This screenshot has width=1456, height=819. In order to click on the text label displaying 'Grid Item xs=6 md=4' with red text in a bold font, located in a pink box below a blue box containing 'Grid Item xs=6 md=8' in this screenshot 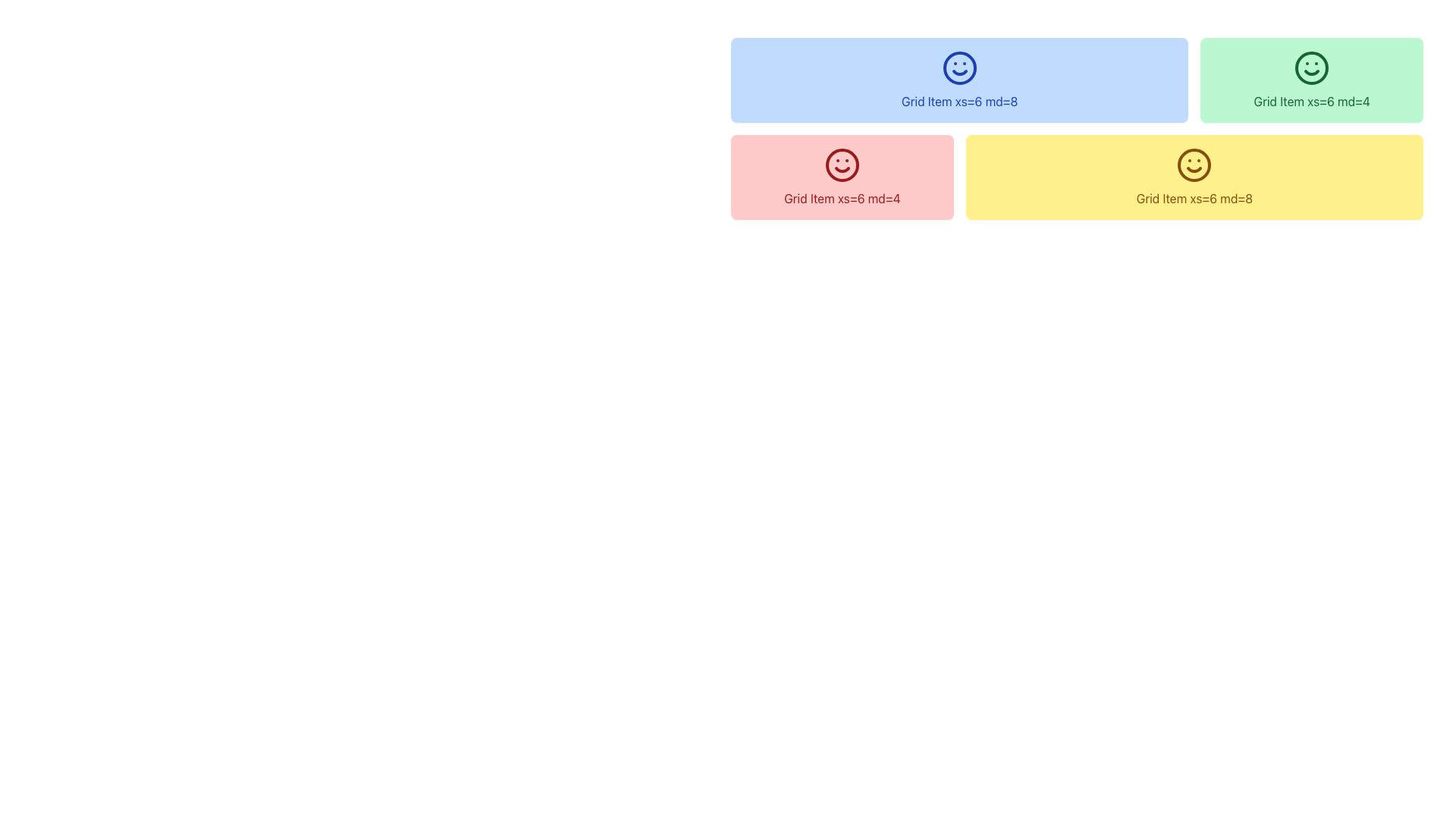, I will do `click(841, 198)`.